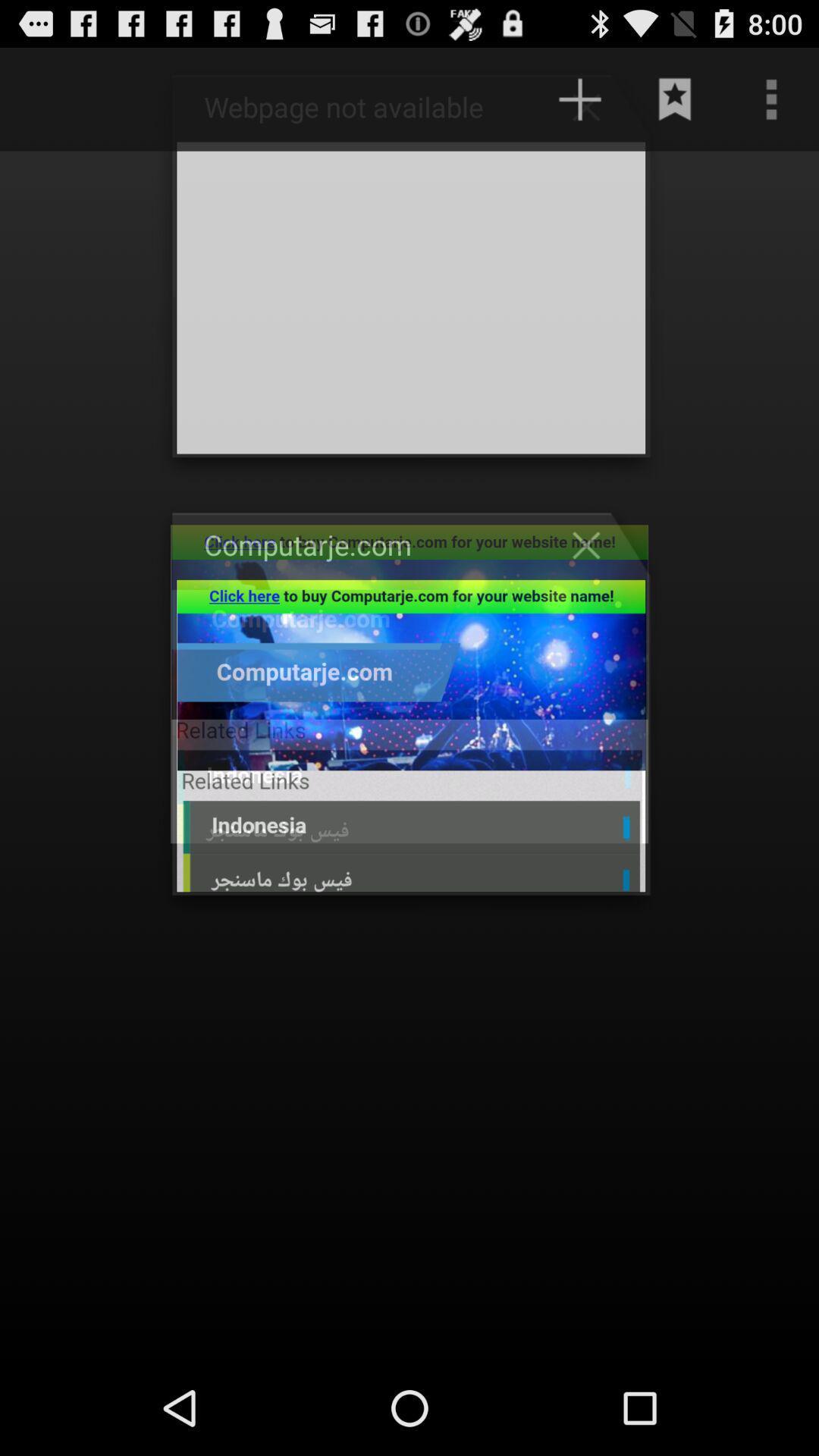 The width and height of the screenshot is (819, 1456). What do you see at coordinates (675, 105) in the screenshot?
I see `the bookmark icon` at bounding box center [675, 105].